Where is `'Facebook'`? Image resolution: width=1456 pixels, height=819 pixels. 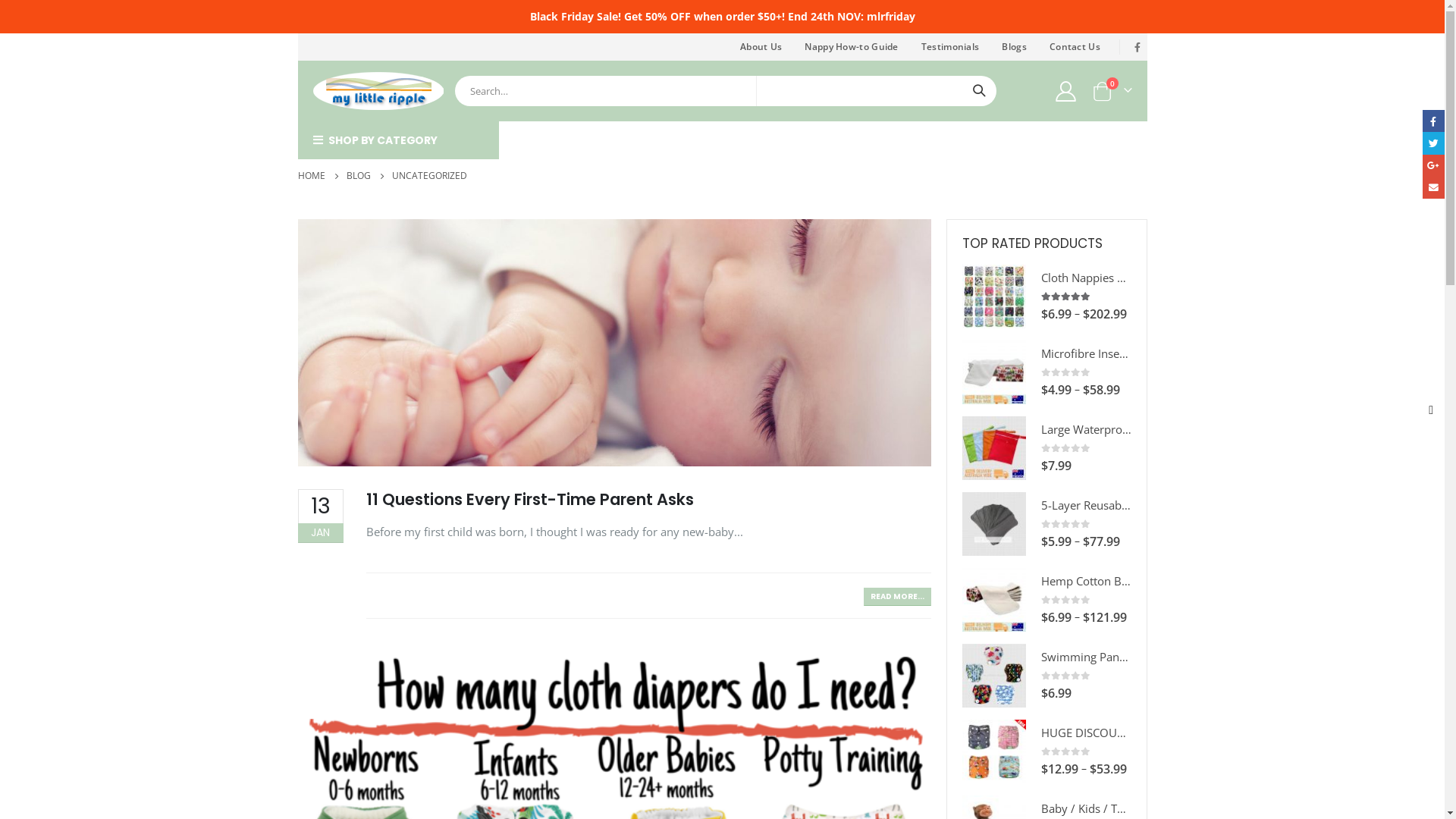 'Facebook' is located at coordinates (1128, 45).